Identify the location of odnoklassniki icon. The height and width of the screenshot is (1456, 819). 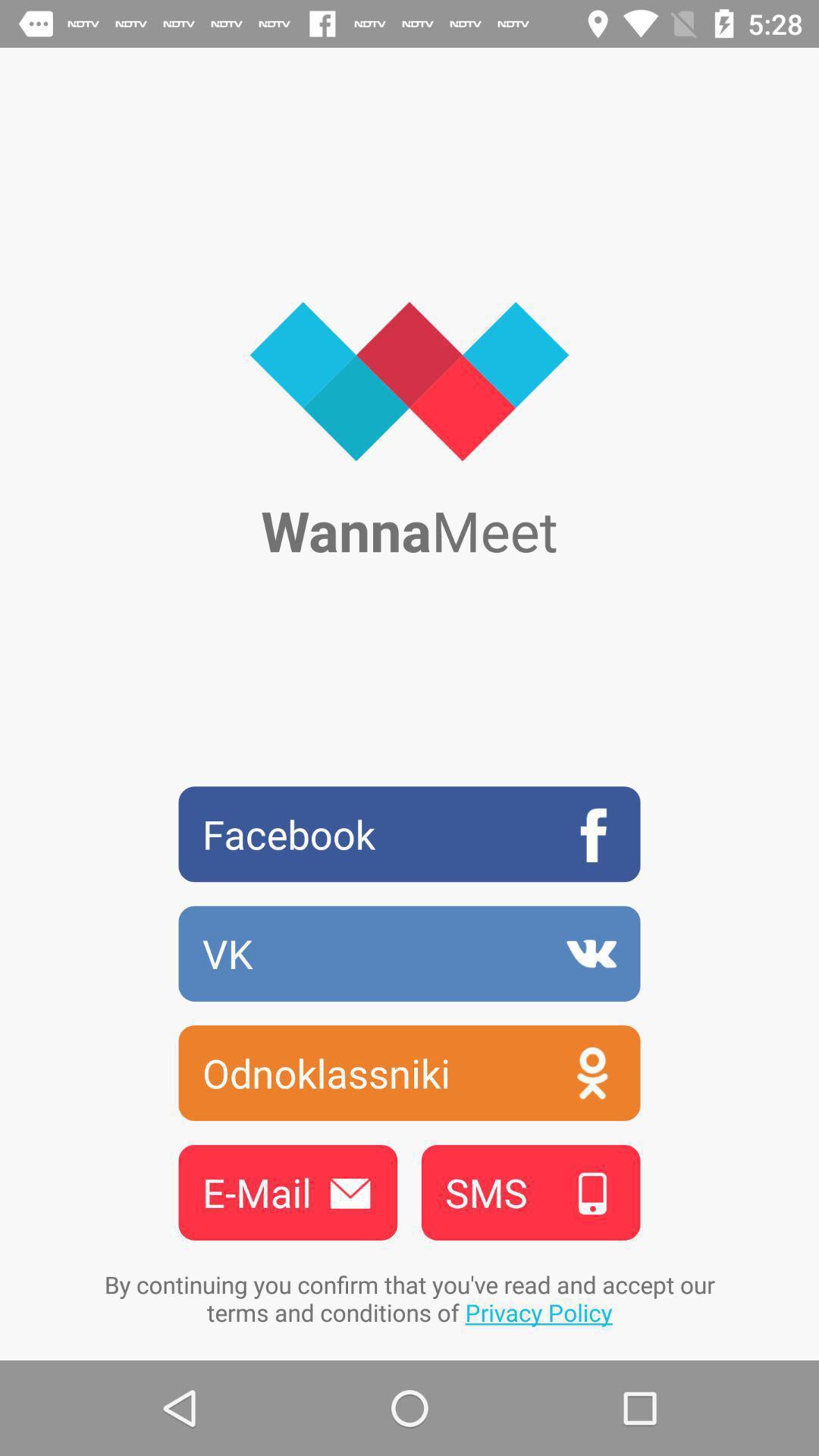
(409, 1072).